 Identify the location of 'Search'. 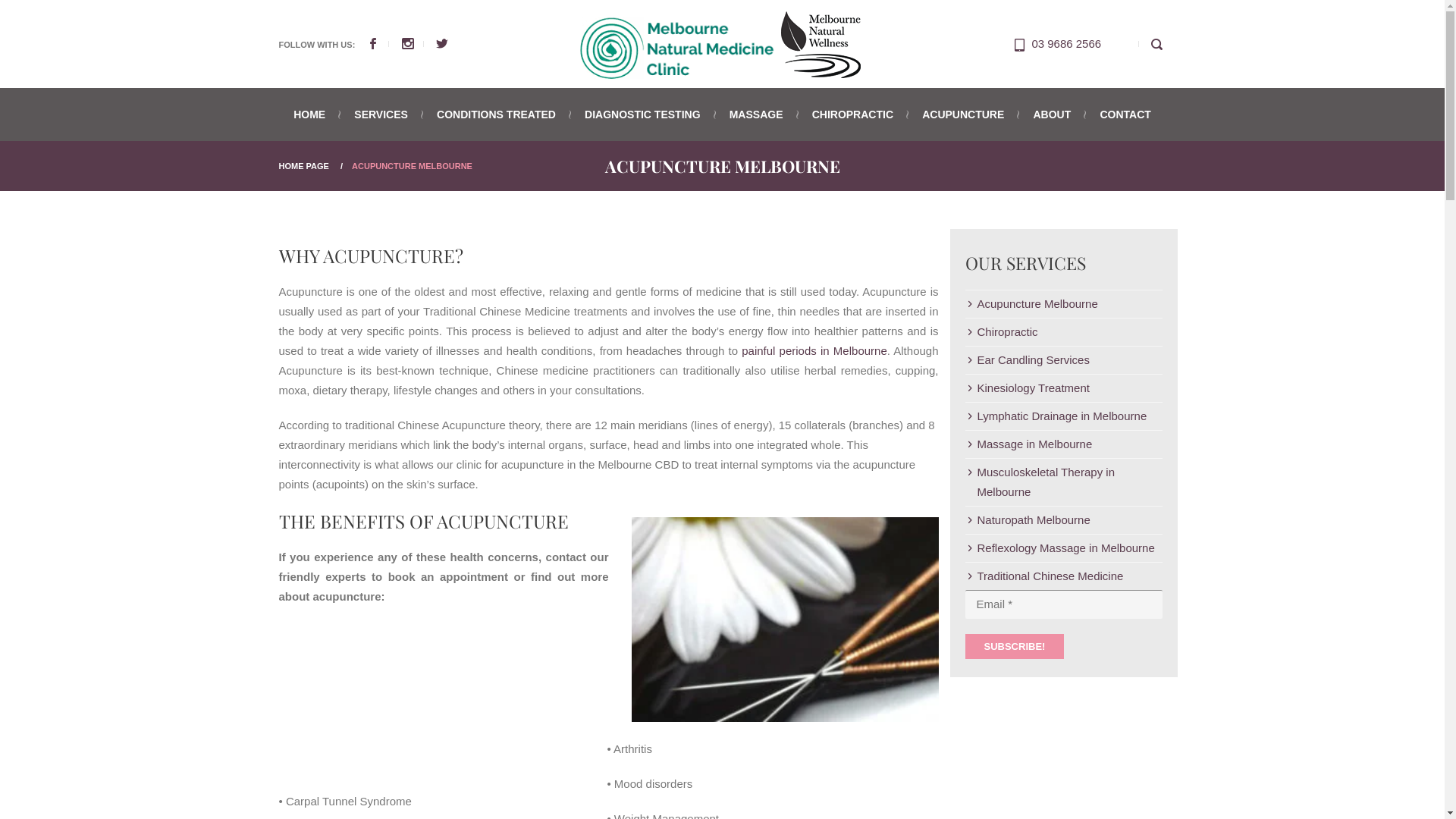
(1157, 42).